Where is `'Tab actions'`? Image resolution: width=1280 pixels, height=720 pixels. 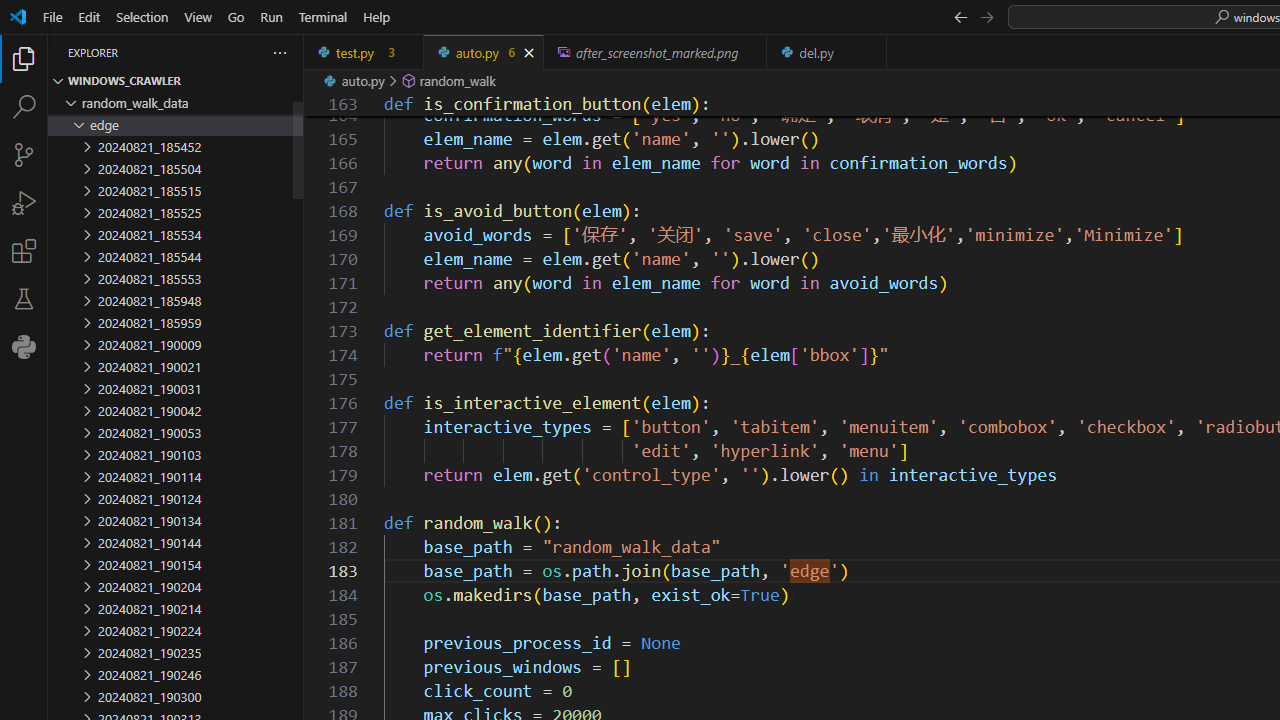 'Tab actions' is located at coordinates (872, 51).